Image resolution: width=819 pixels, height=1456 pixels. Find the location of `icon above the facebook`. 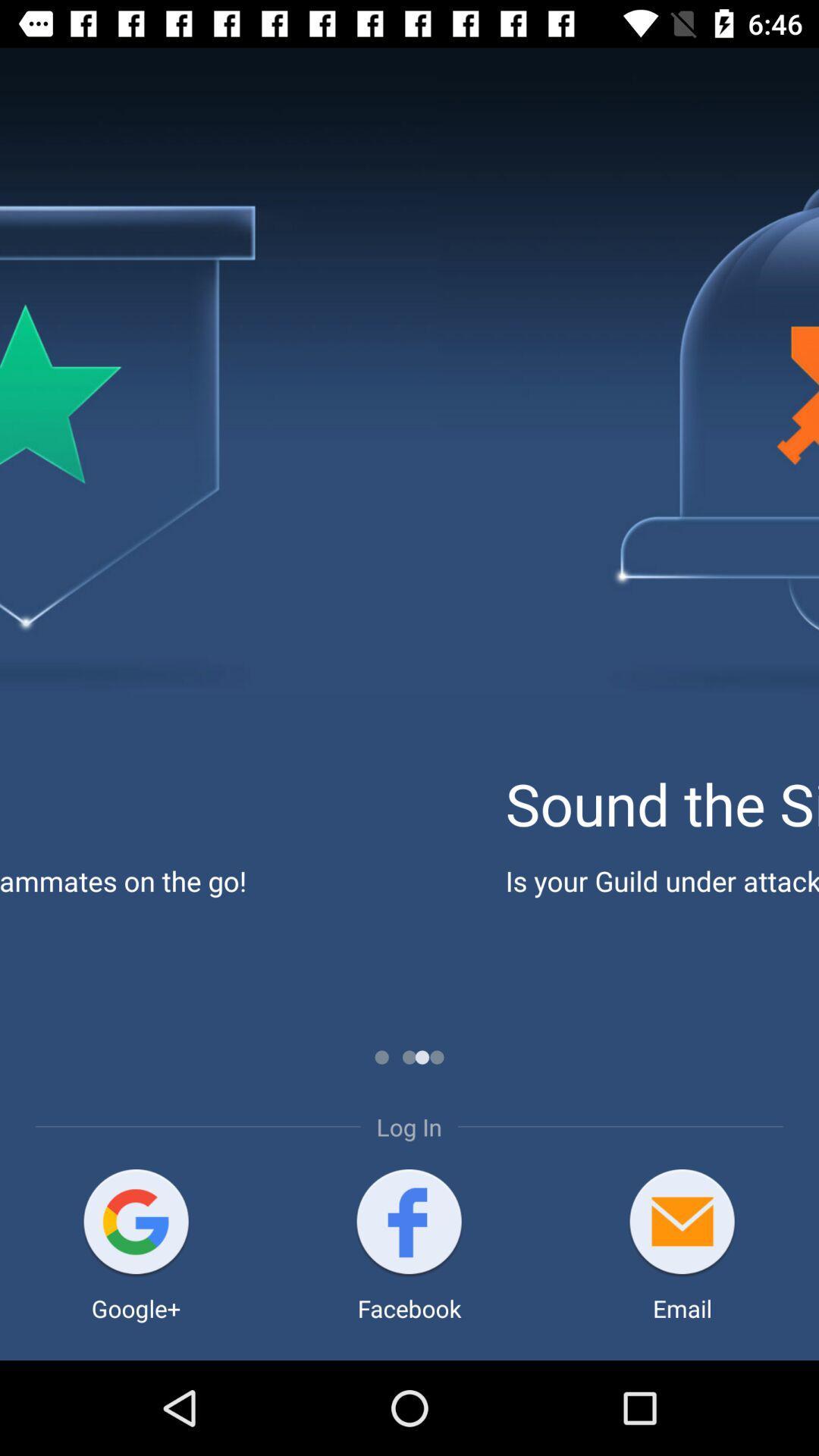

icon above the facebook is located at coordinates (408, 1223).